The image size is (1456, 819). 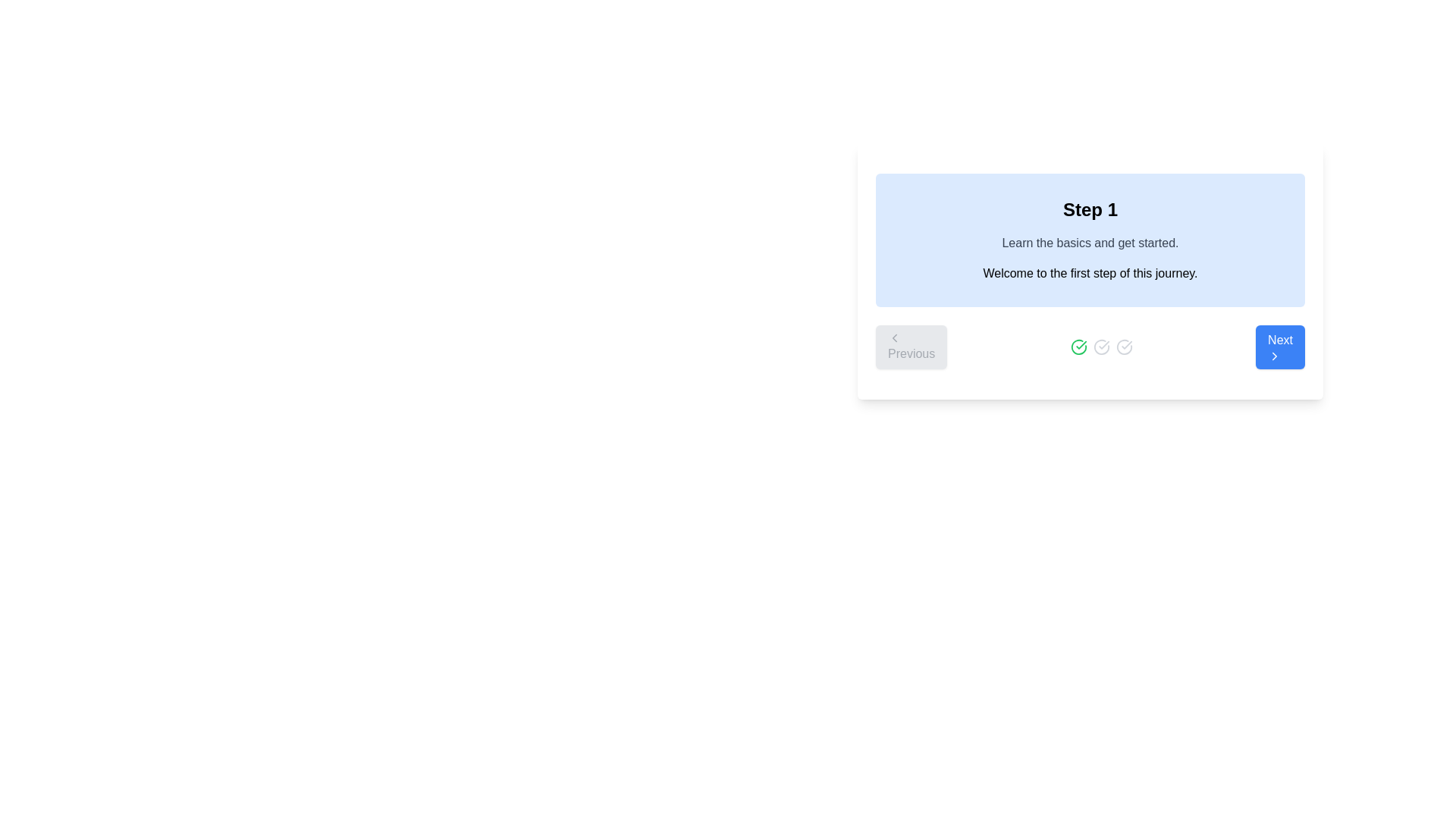 I want to click on the green checkmark icon inside a circular border, which is the middle icon among three horizontally aligned icons at the center-bottom area of the visible card, so click(x=1078, y=347).